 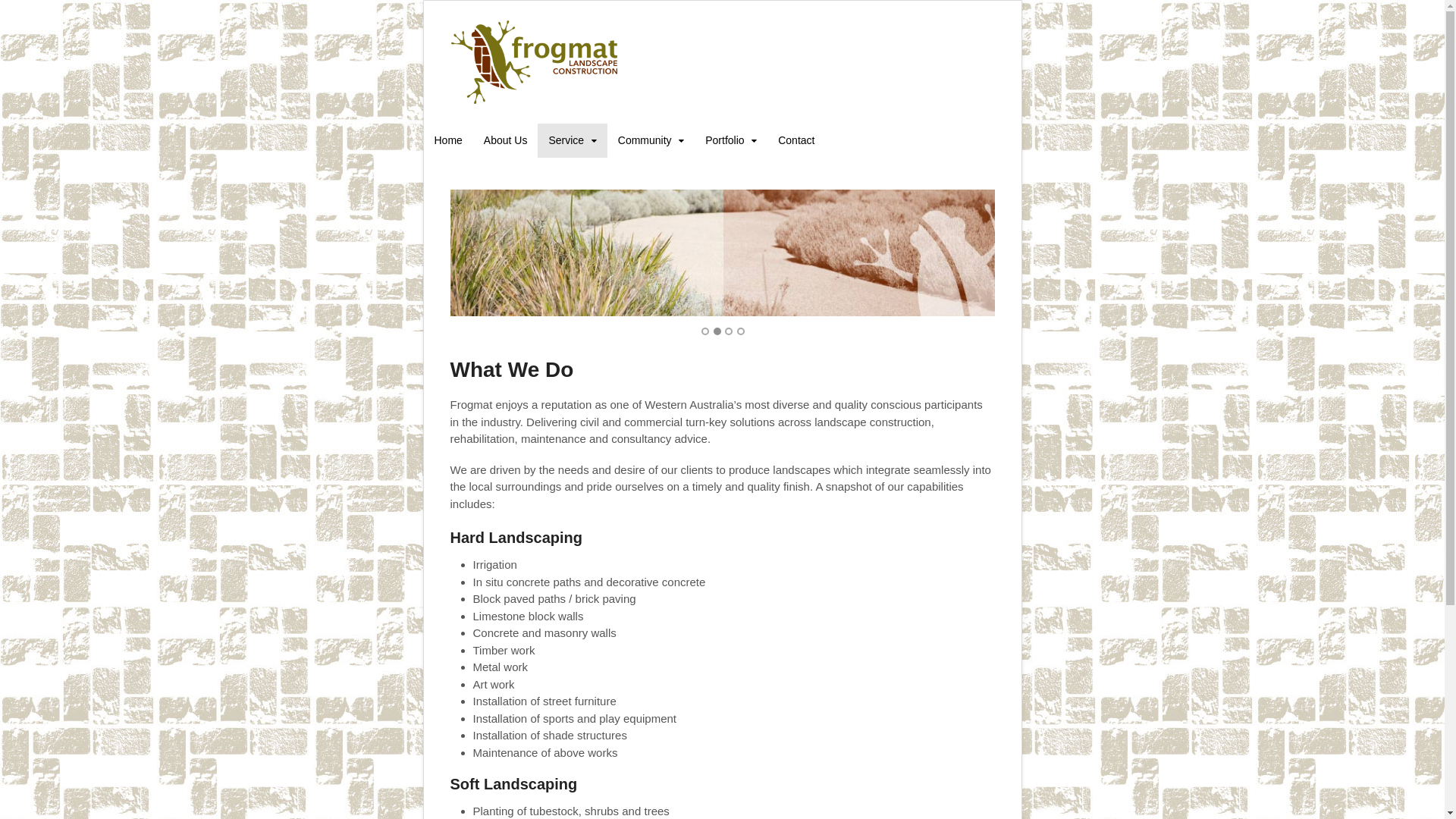 What do you see at coordinates (795, 140) in the screenshot?
I see `'Contact'` at bounding box center [795, 140].